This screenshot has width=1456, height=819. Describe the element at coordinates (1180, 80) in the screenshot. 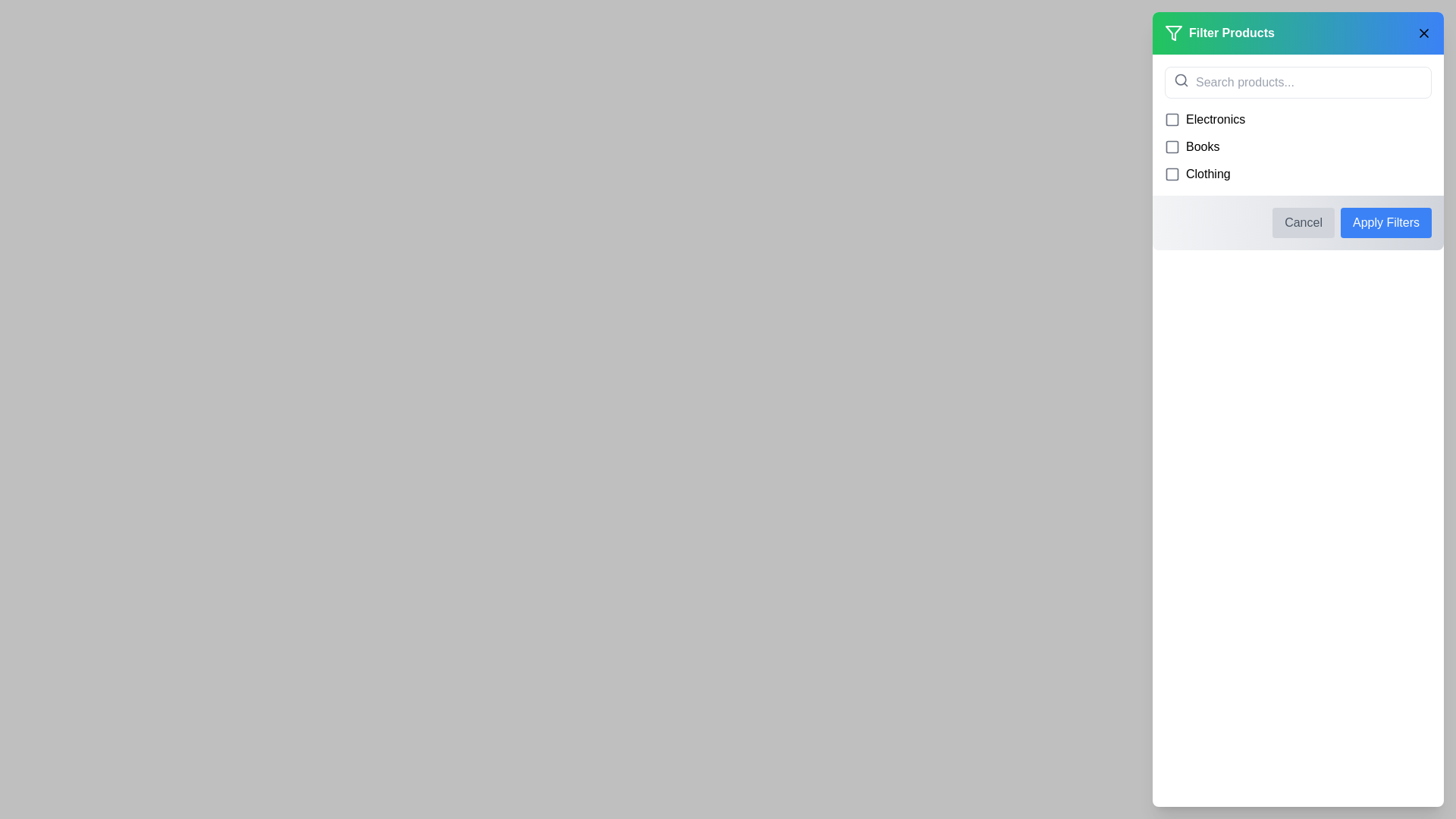

I see `the circular component of the magnifying glass icon, which indicates the search functionality in the top-left corner of the filter panel` at that location.